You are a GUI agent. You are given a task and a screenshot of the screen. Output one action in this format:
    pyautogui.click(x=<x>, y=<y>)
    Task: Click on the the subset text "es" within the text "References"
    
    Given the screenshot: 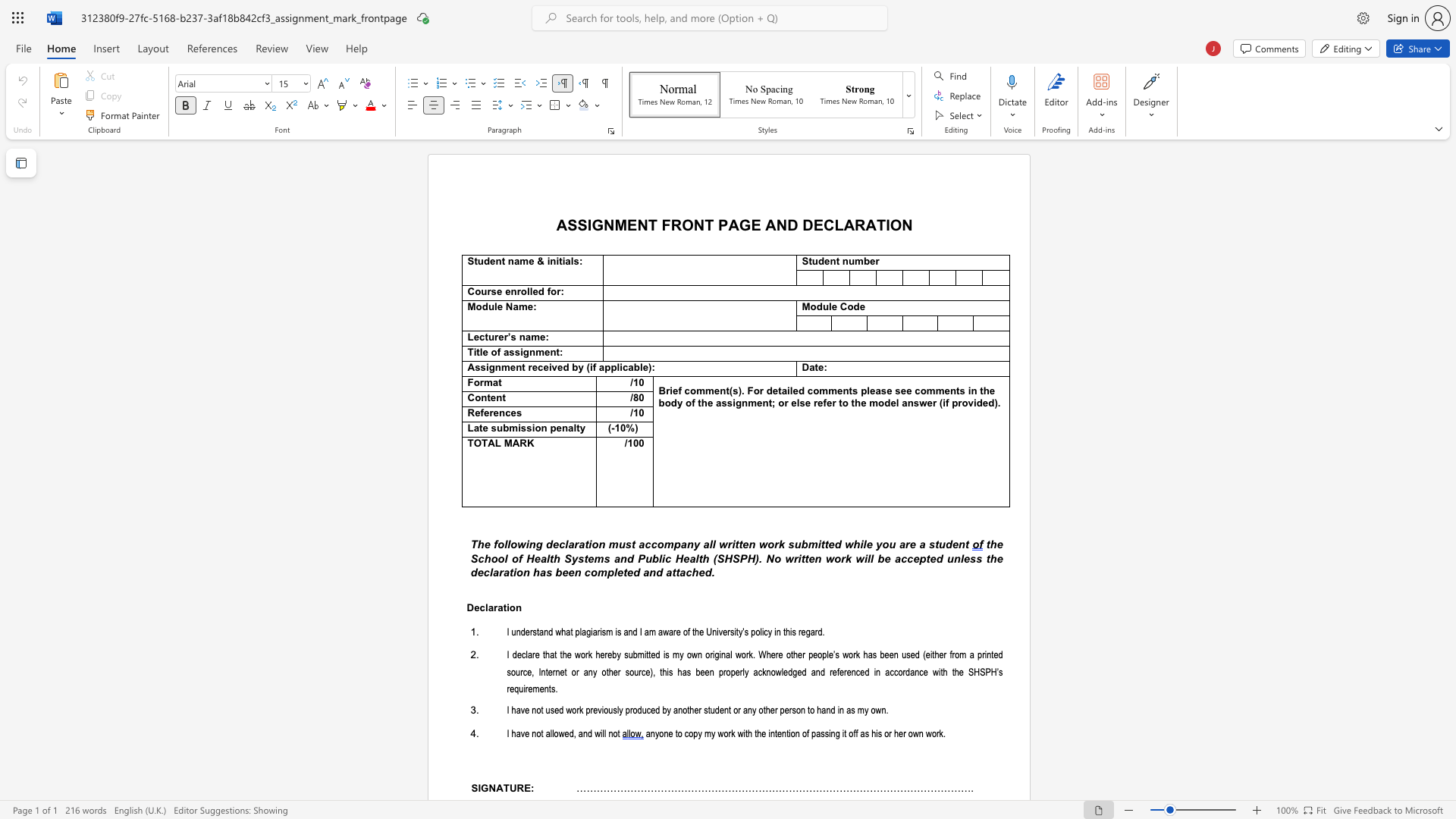 What is the action you would take?
    pyautogui.click(x=510, y=413)
    